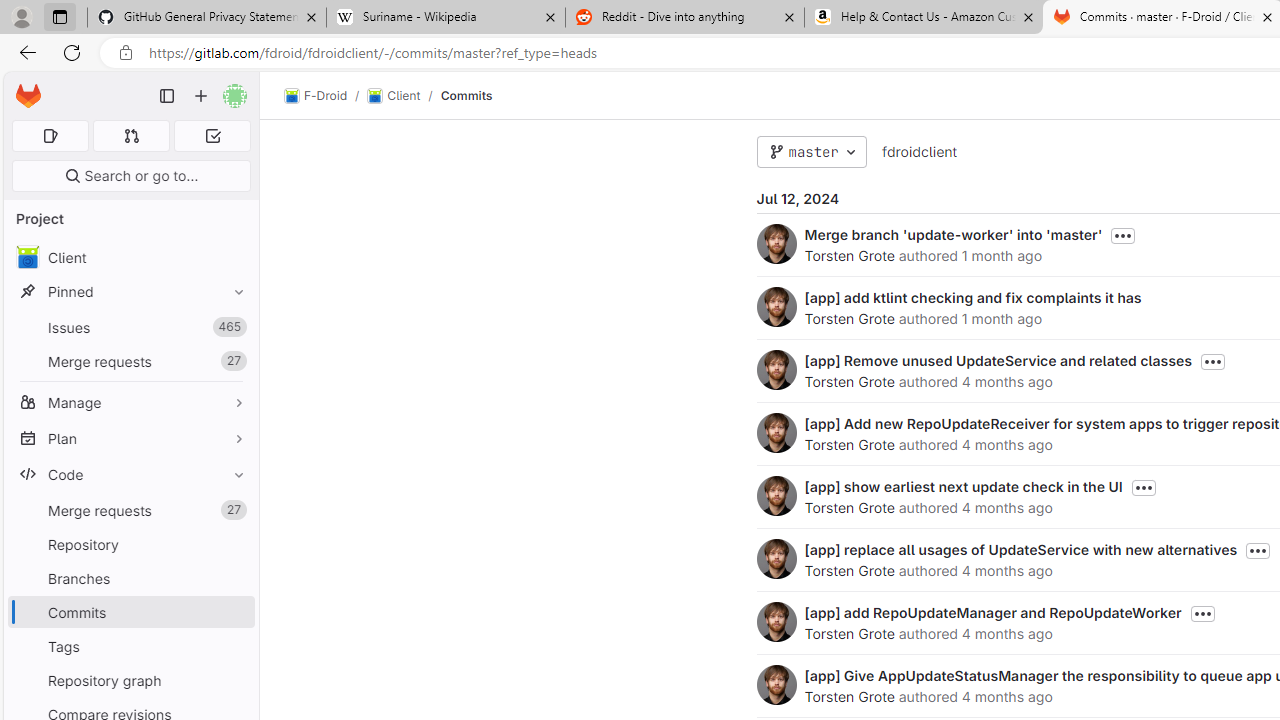 The width and height of the screenshot is (1280, 720). I want to click on '[app] add ktlint checking and fix complaints it has', so click(972, 297).